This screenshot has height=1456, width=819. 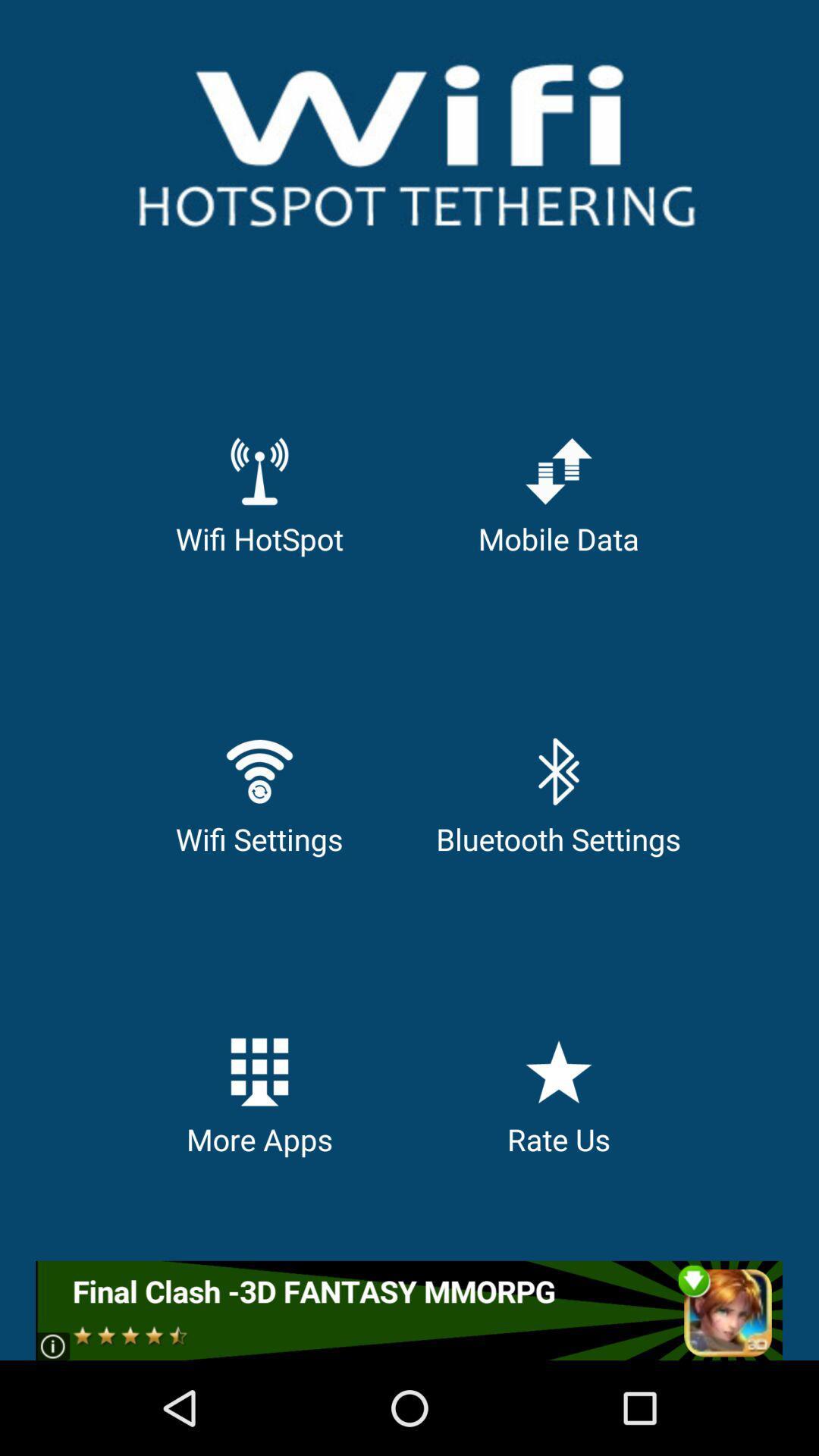 I want to click on the more apps icon, so click(x=259, y=1070).